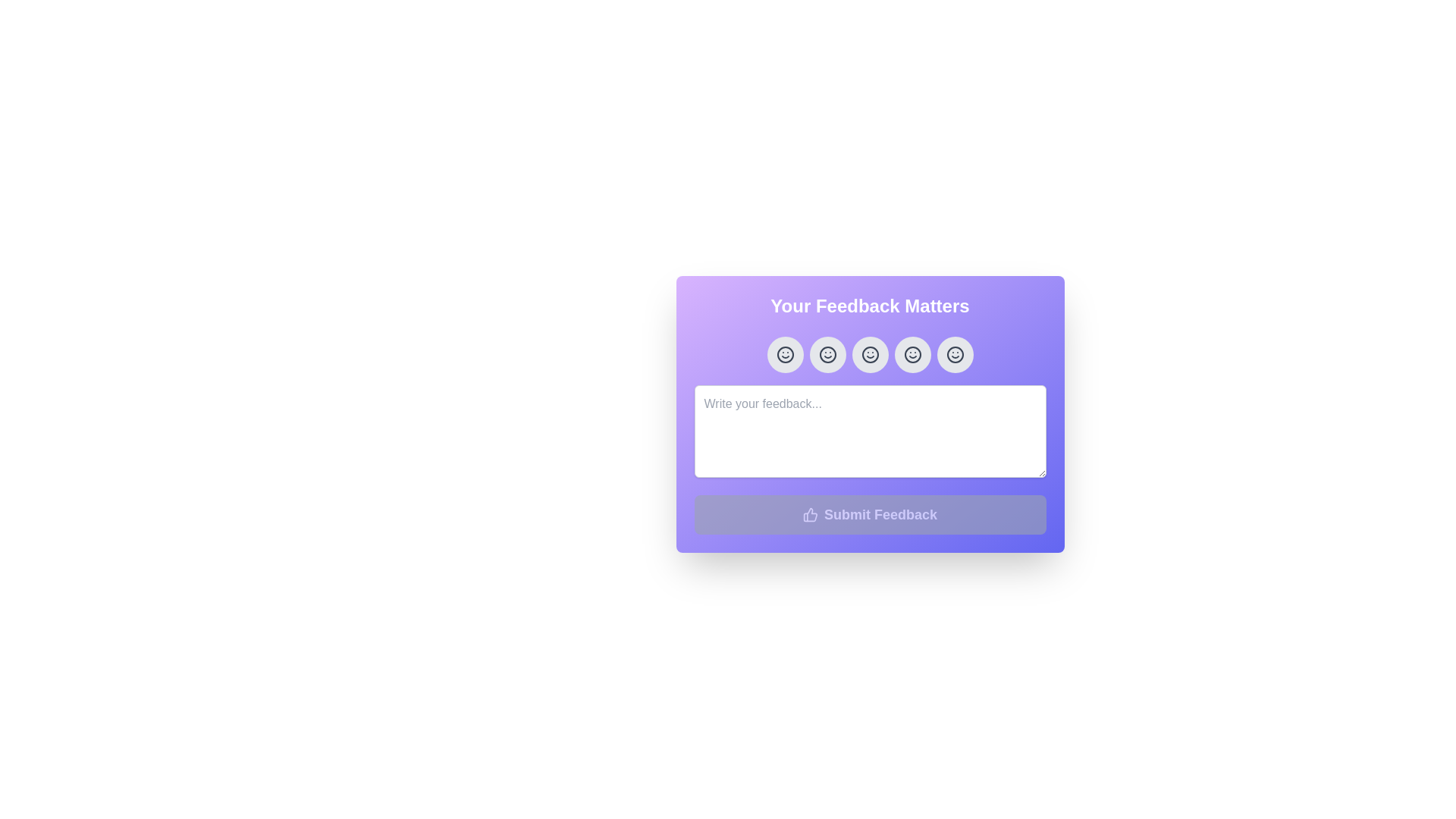 The height and width of the screenshot is (819, 1456). I want to click on the third smiley face icon in the row below the heading 'Your Feedback Matters', which is a circular shape with a border and no fill, so click(870, 354).